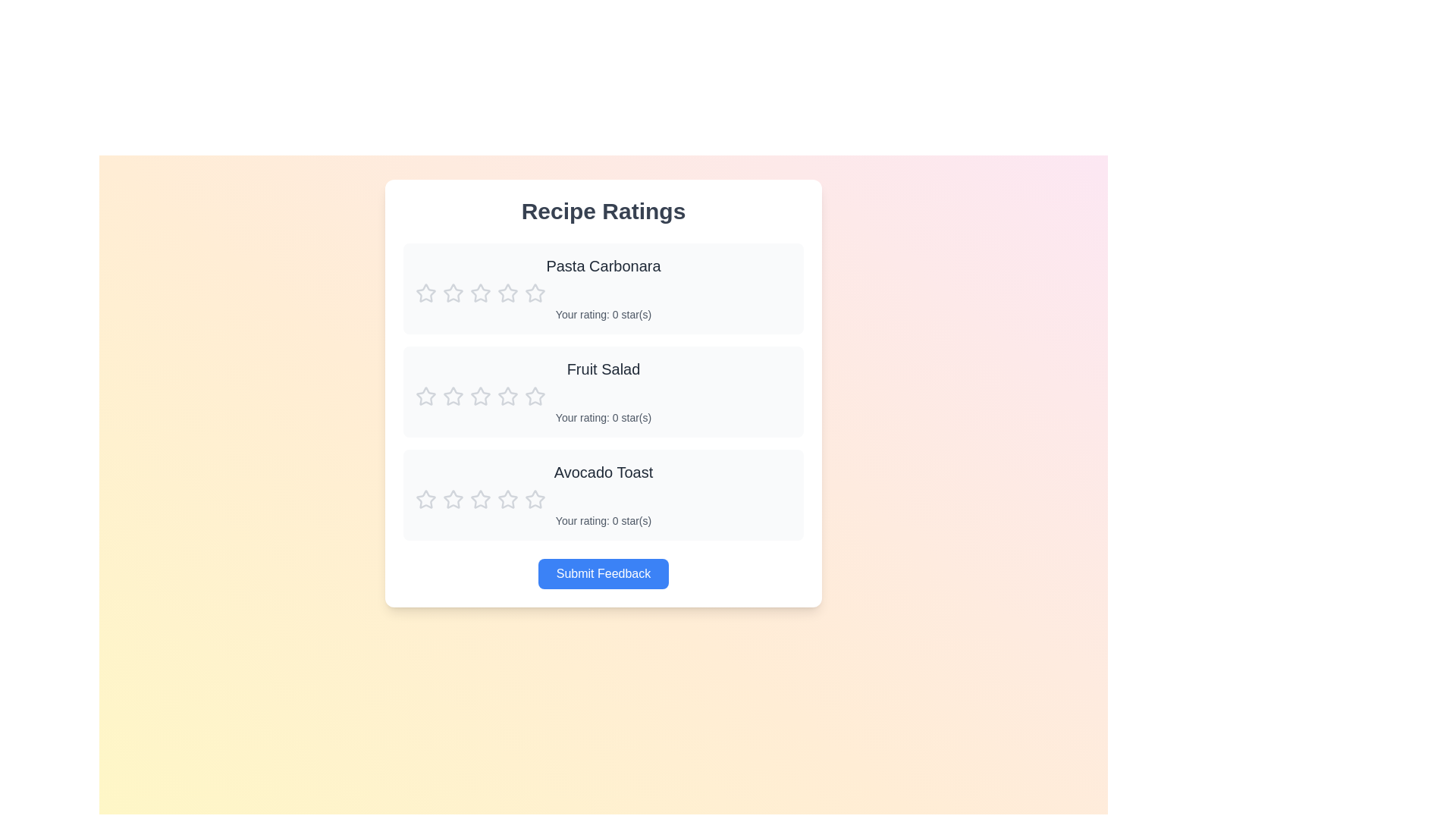 The height and width of the screenshot is (819, 1456). Describe the element at coordinates (508, 499) in the screenshot. I see `the first star icon in the five-star rating row for 'Avocado Toast' in the 'Recipe Ratings' interface for keyboard interaction` at that location.